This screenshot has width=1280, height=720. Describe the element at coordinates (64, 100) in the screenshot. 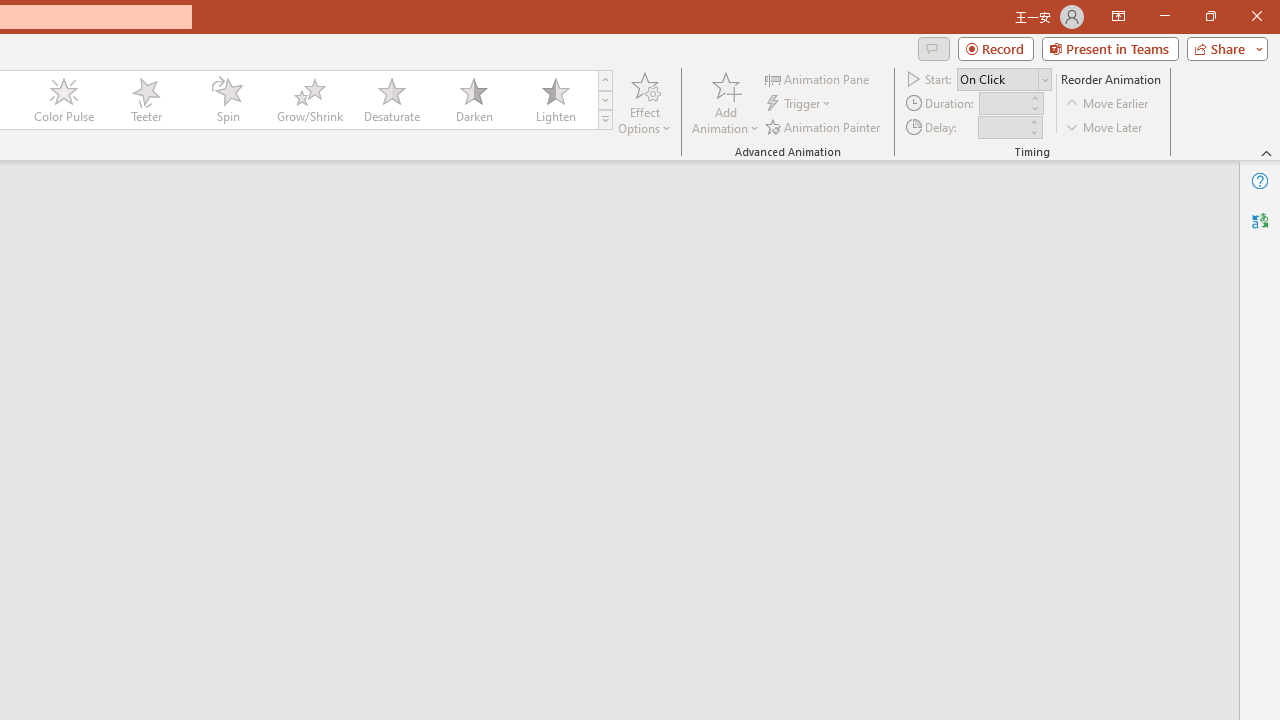

I see `'Color Pulse'` at that location.